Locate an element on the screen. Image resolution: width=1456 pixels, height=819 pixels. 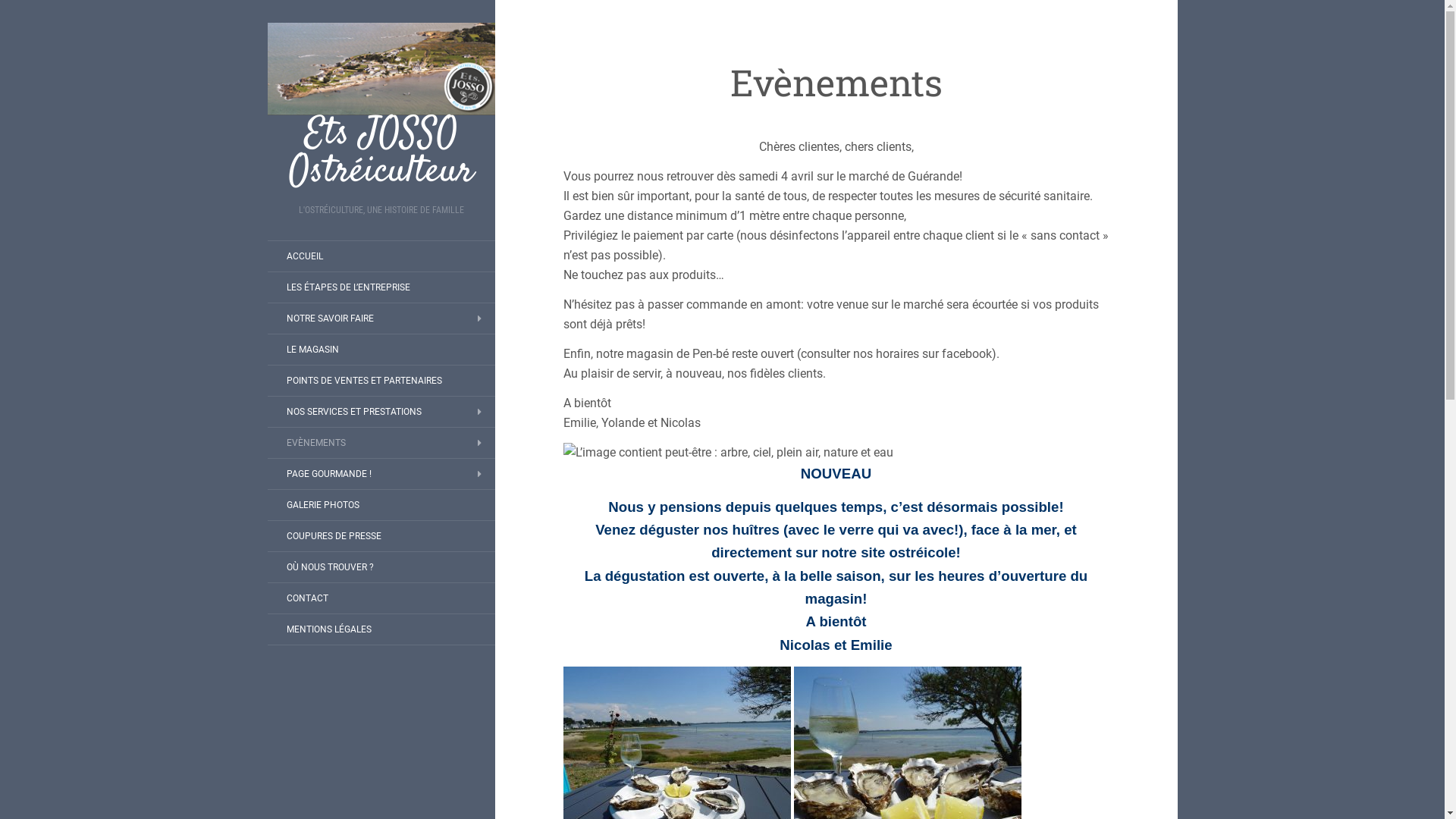
'NOTRE SAVOIR FAIRE' is located at coordinates (328, 318).